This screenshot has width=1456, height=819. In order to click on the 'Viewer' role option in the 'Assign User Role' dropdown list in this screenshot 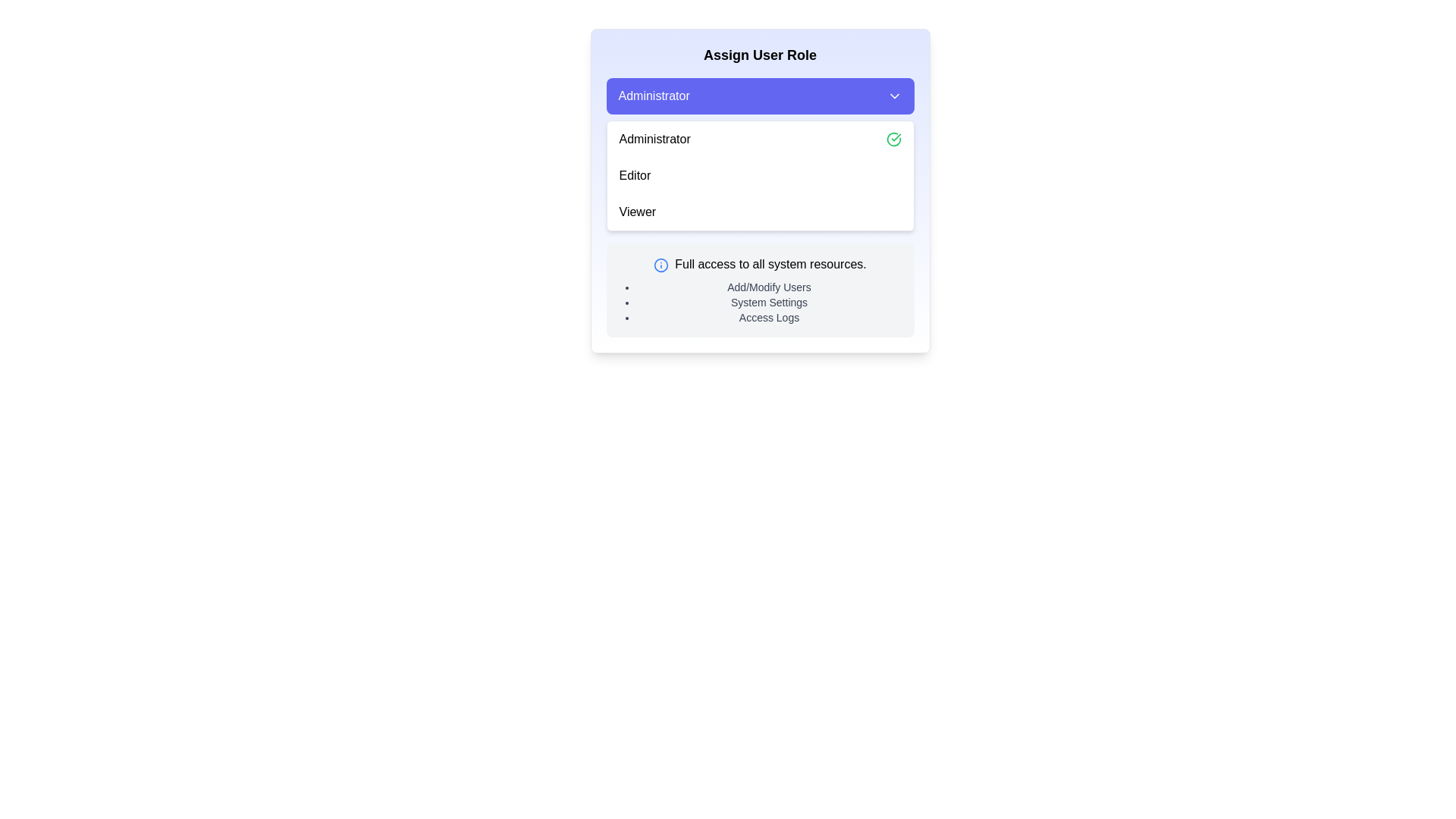, I will do `click(760, 212)`.